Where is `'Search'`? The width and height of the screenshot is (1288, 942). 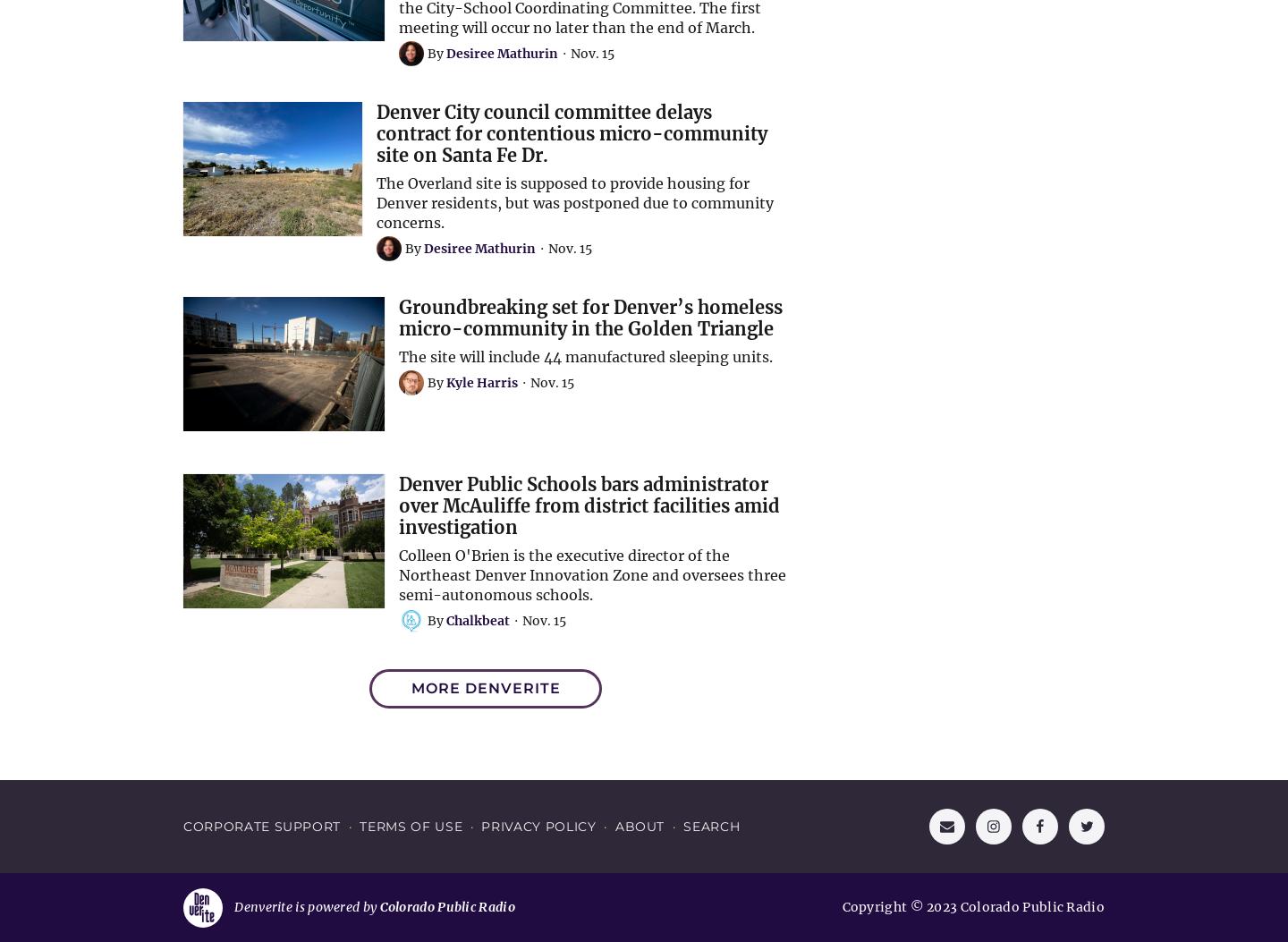 'Search' is located at coordinates (711, 826).